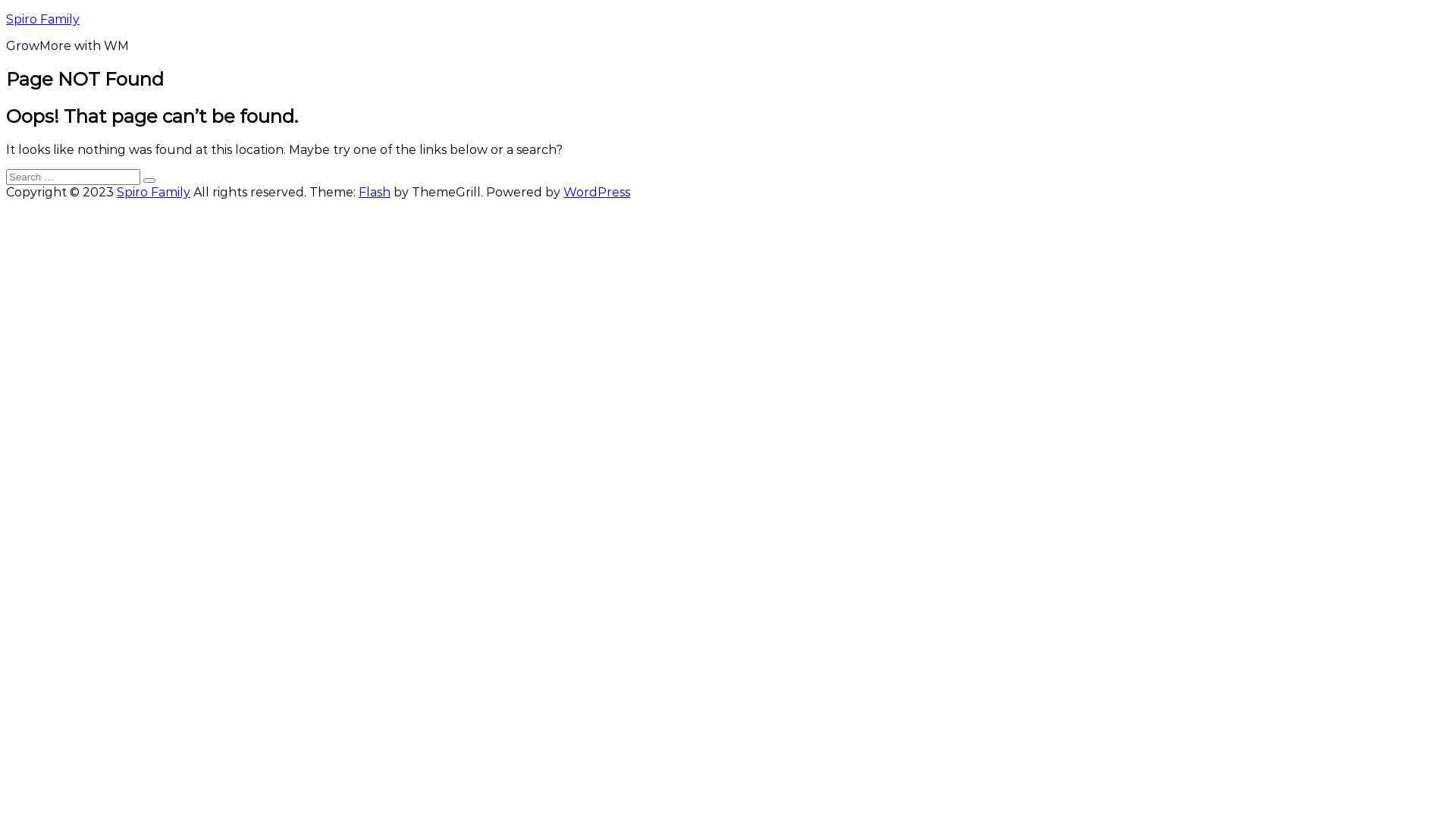  Describe the element at coordinates (149, 180) in the screenshot. I see `'Search'` at that location.